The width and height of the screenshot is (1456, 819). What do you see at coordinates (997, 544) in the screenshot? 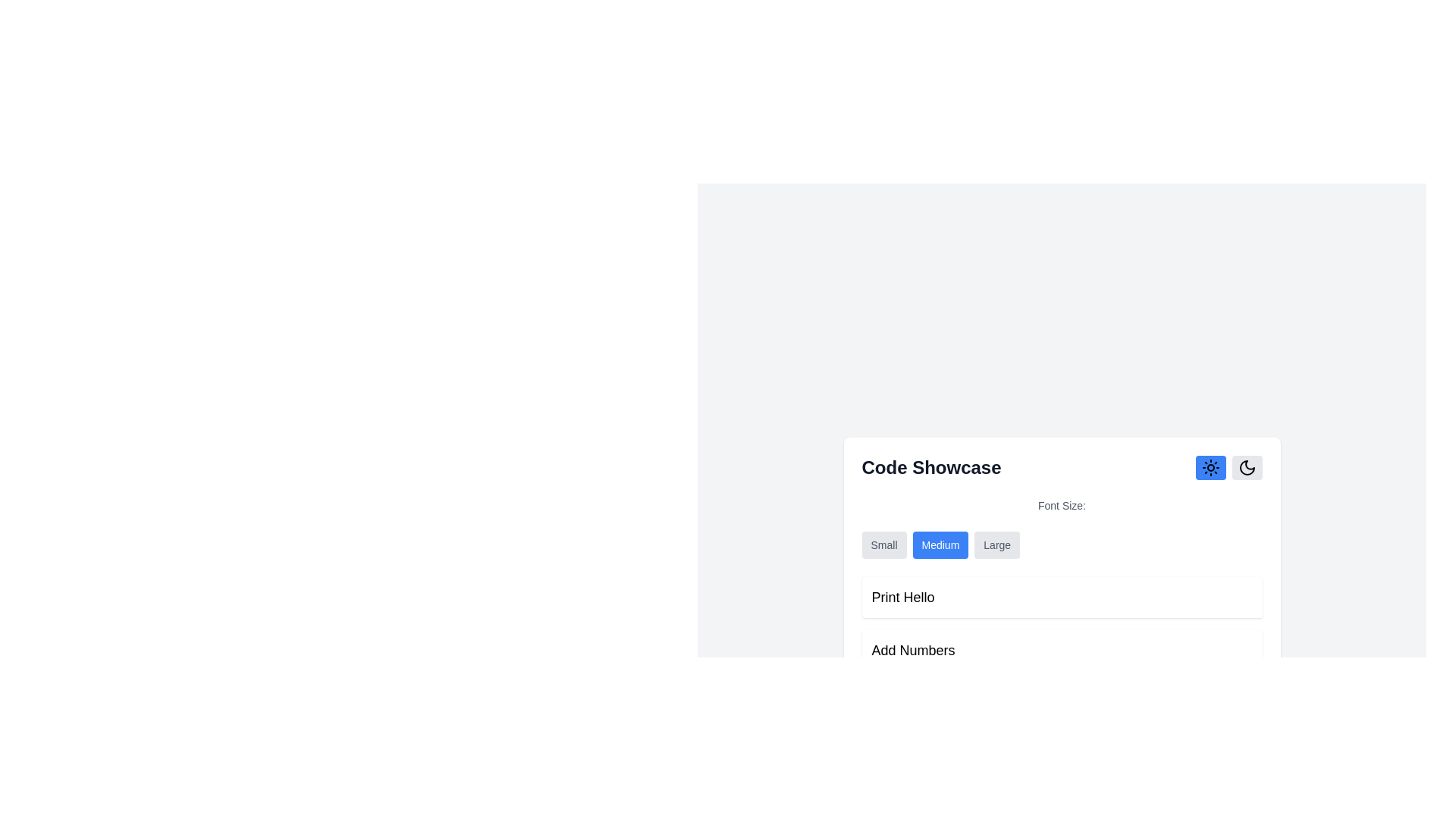
I see `the 'Large' font size option button located in the 'Font Size' section of the UI` at bounding box center [997, 544].